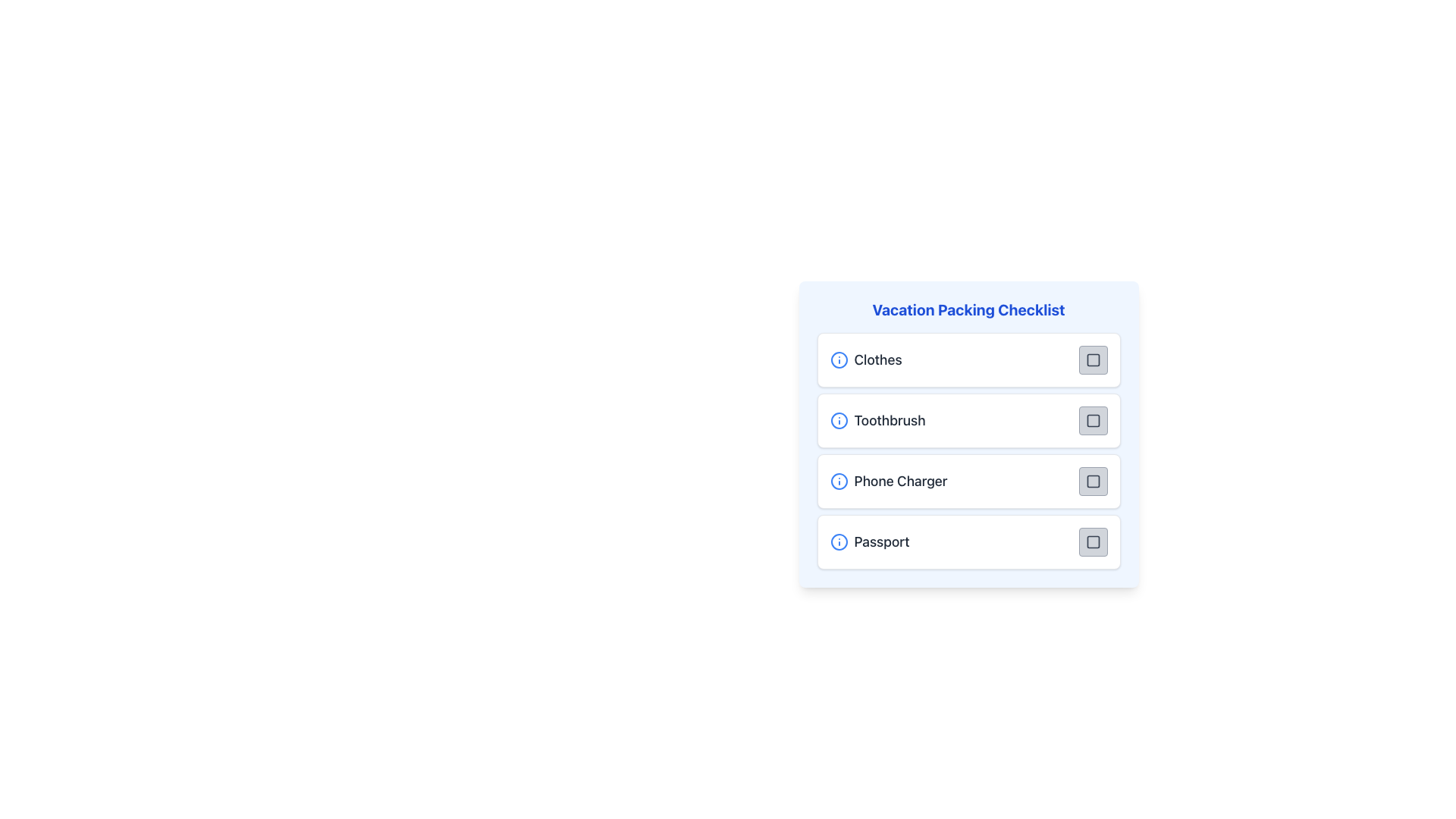  What do you see at coordinates (1093, 421) in the screenshot?
I see `the minimalistic square checkbox located to the right of the 'Toothbrush' label in the 'Vacation Packing Checklist' to mark the item` at bounding box center [1093, 421].